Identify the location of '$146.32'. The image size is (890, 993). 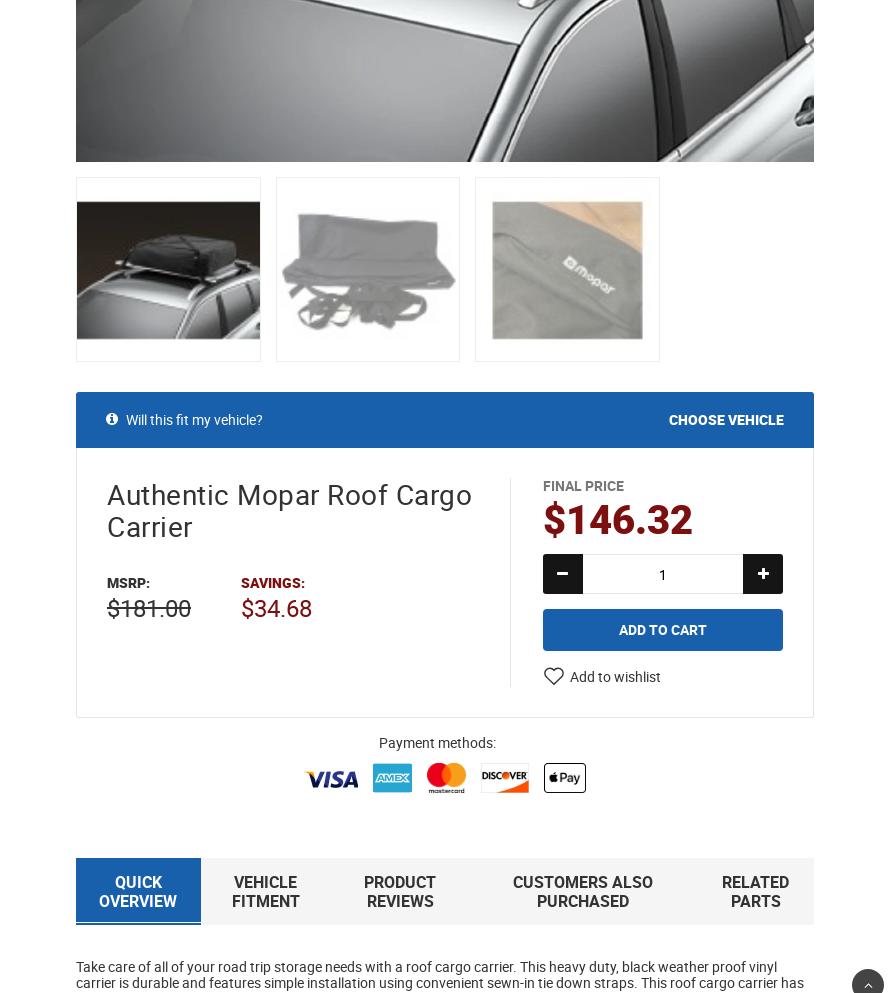
(617, 519).